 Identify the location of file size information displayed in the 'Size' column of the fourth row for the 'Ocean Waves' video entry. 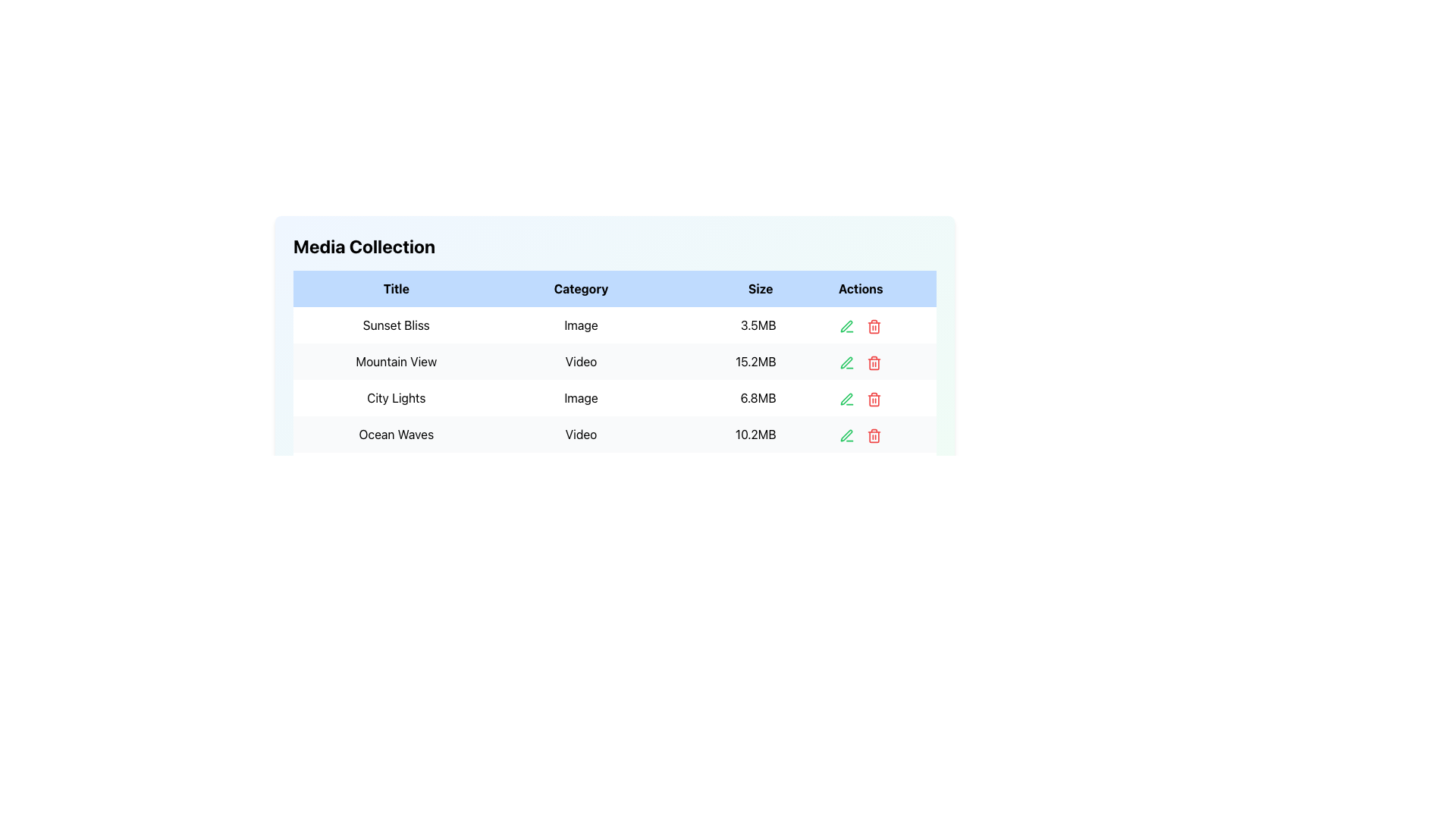
(723, 435).